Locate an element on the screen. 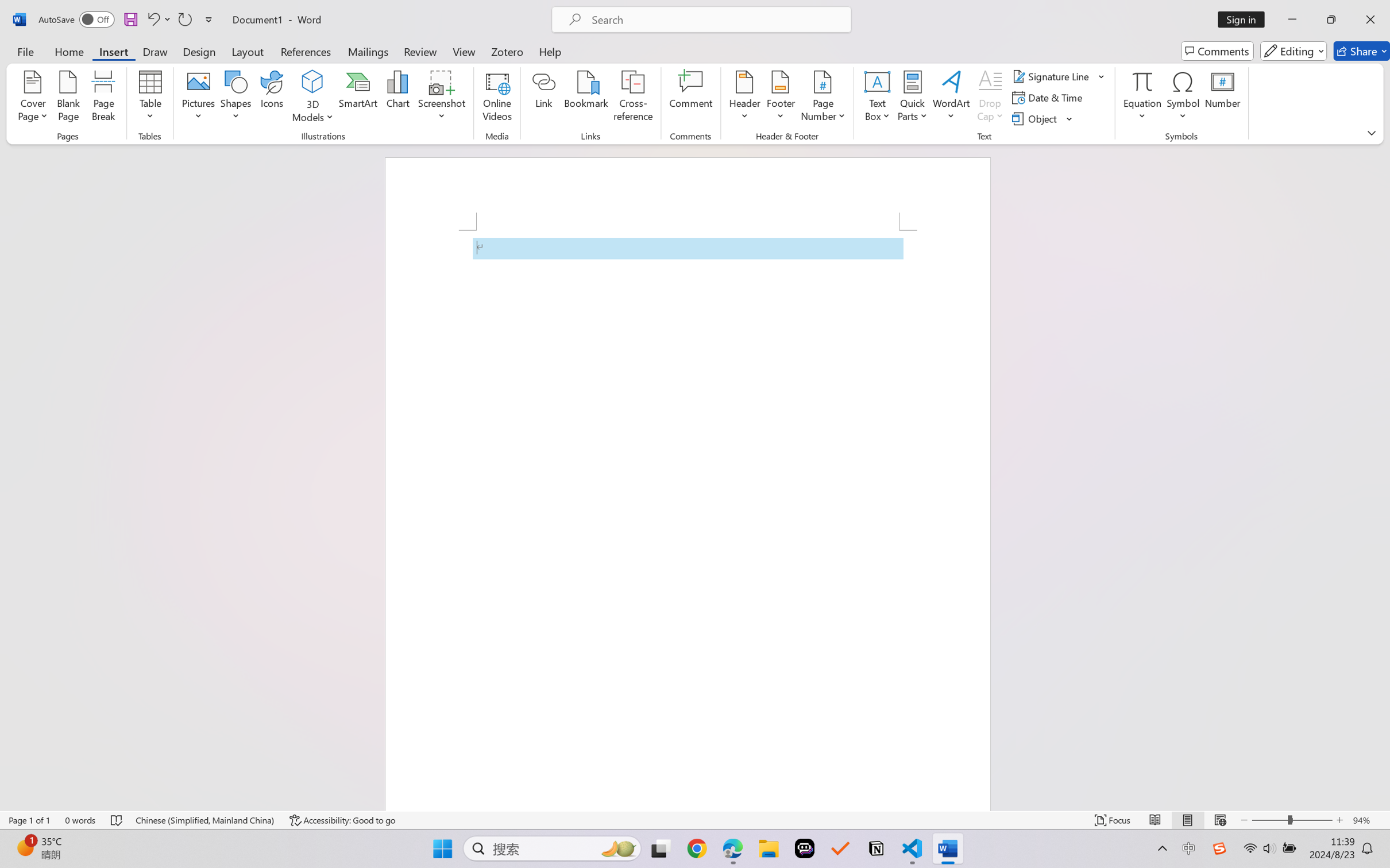  'Cover Page' is located at coordinates (33, 98).